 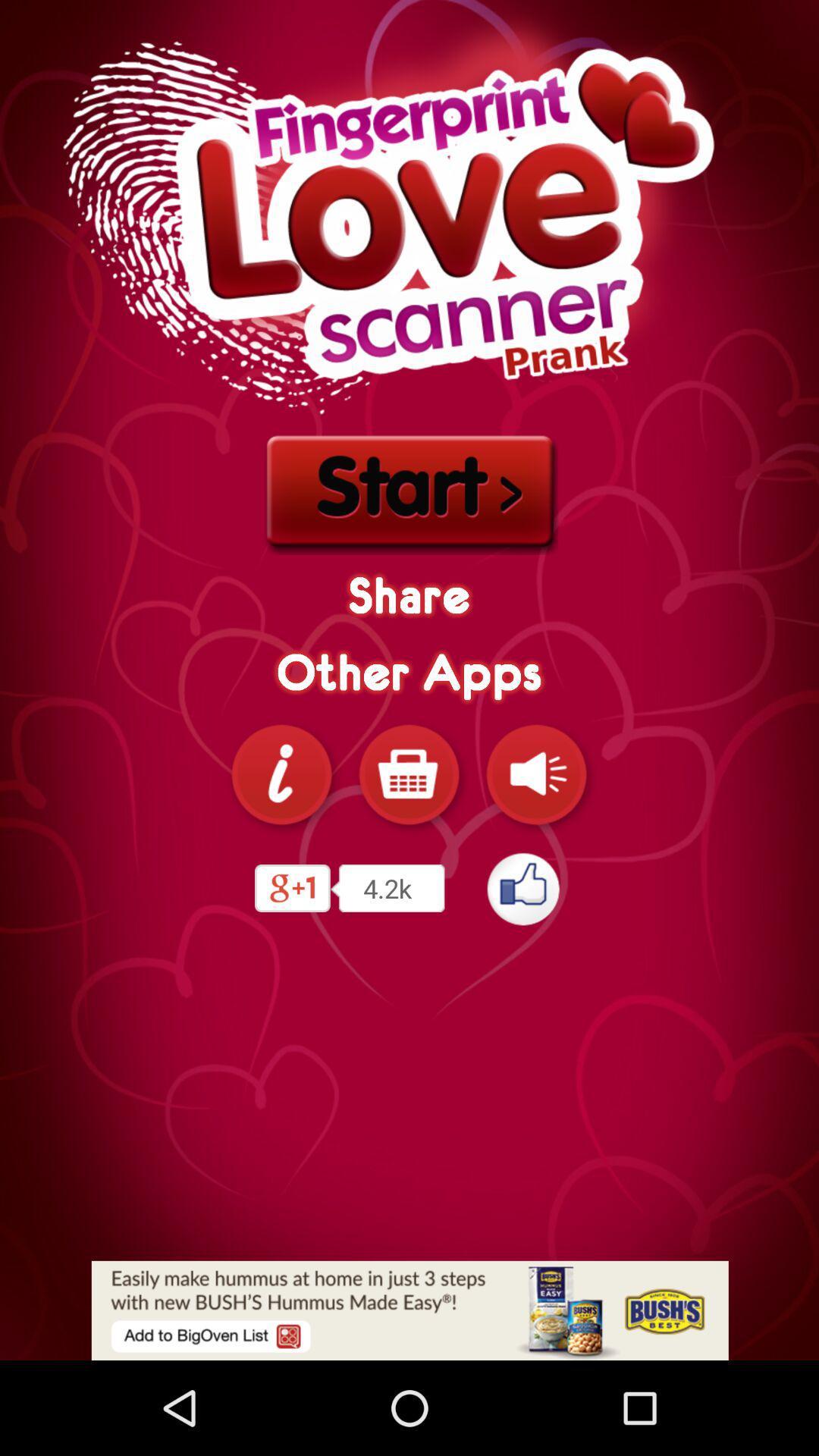 I want to click on thumbs up, so click(x=523, y=888).